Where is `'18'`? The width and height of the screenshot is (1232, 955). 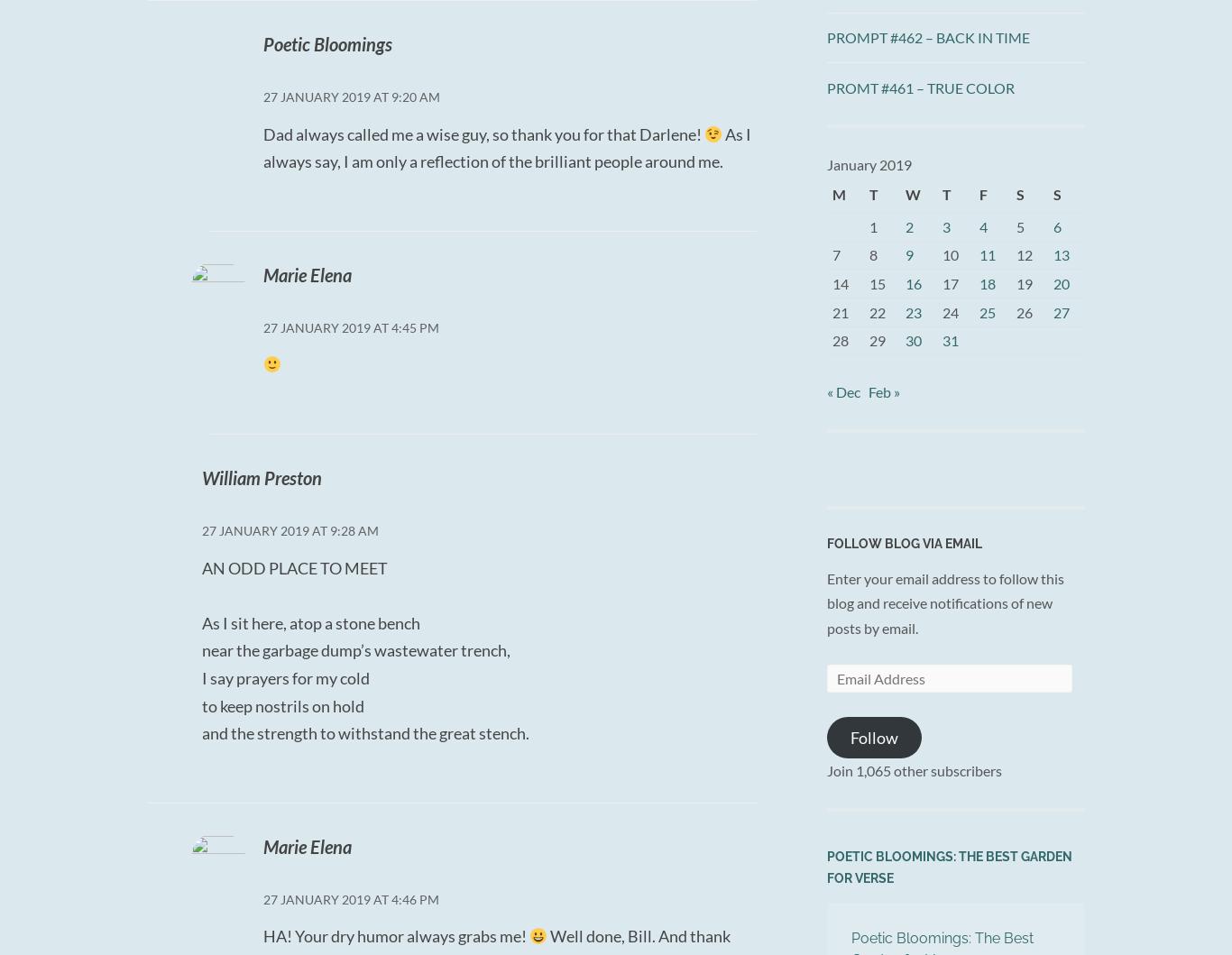
'18' is located at coordinates (986, 283).